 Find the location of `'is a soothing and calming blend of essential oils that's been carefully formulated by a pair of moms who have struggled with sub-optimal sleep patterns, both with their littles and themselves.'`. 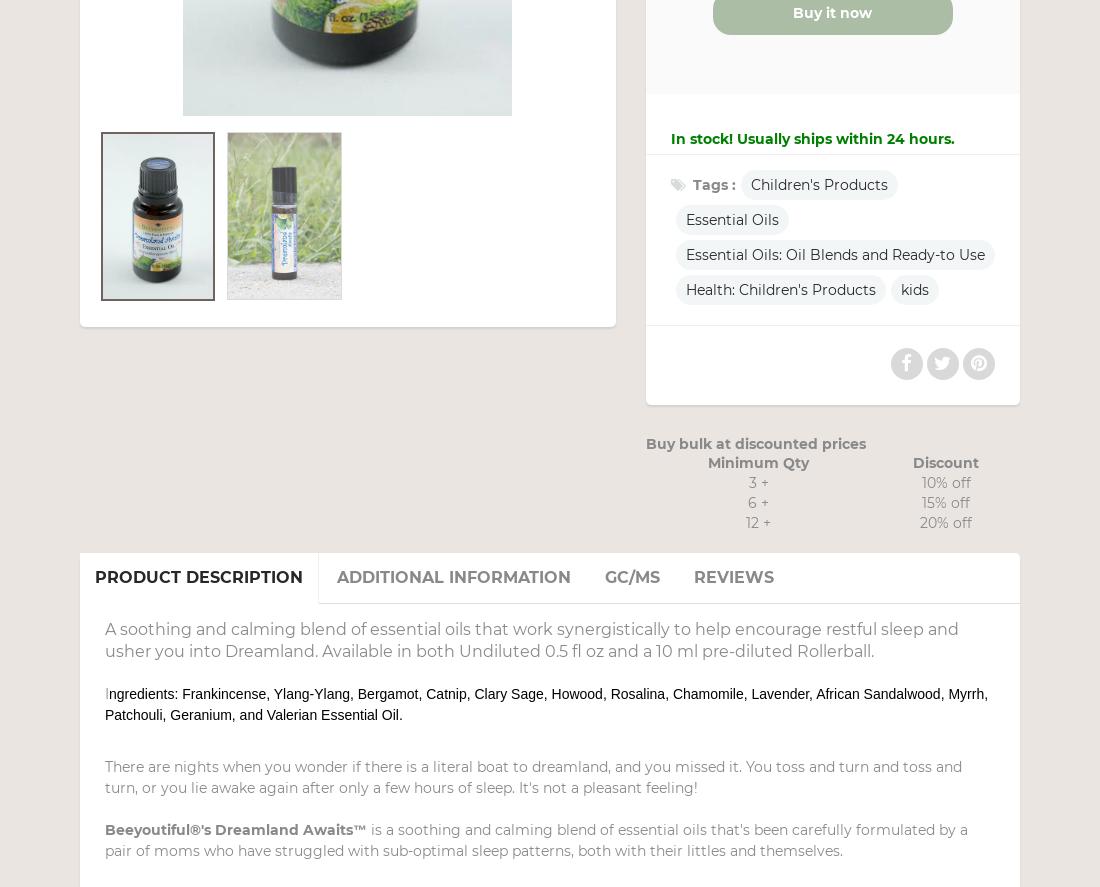

'is a soothing and calming blend of essential oils that's been carefully formulated by a pair of moms who have struggled with sub-optimal sleep patterns, both with their littles and themselves.' is located at coordinates (536, 839).